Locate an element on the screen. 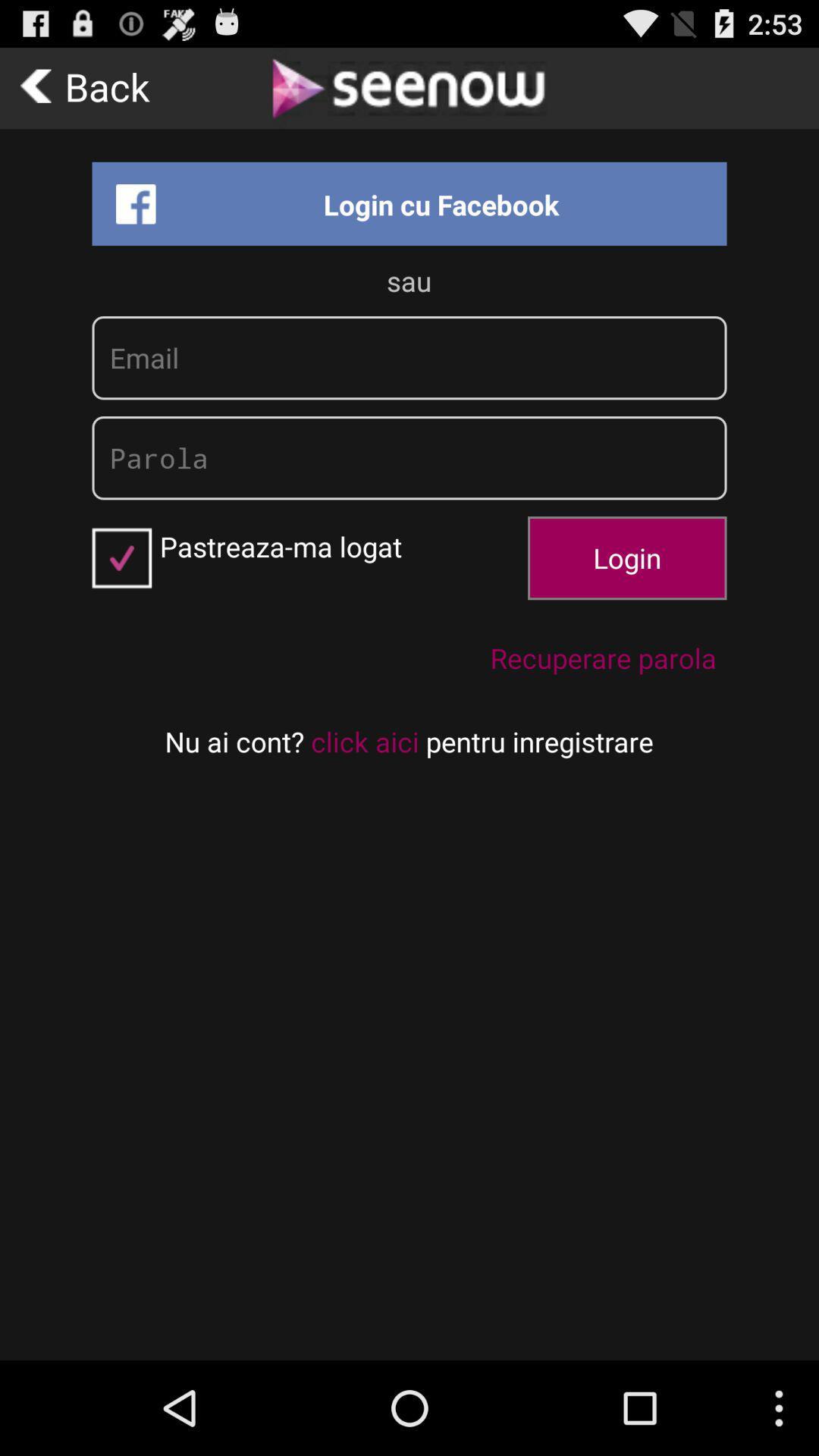 Image resolution: width=819 pixels, height=1456 pixels. go back is located at coordinates (89, 86).